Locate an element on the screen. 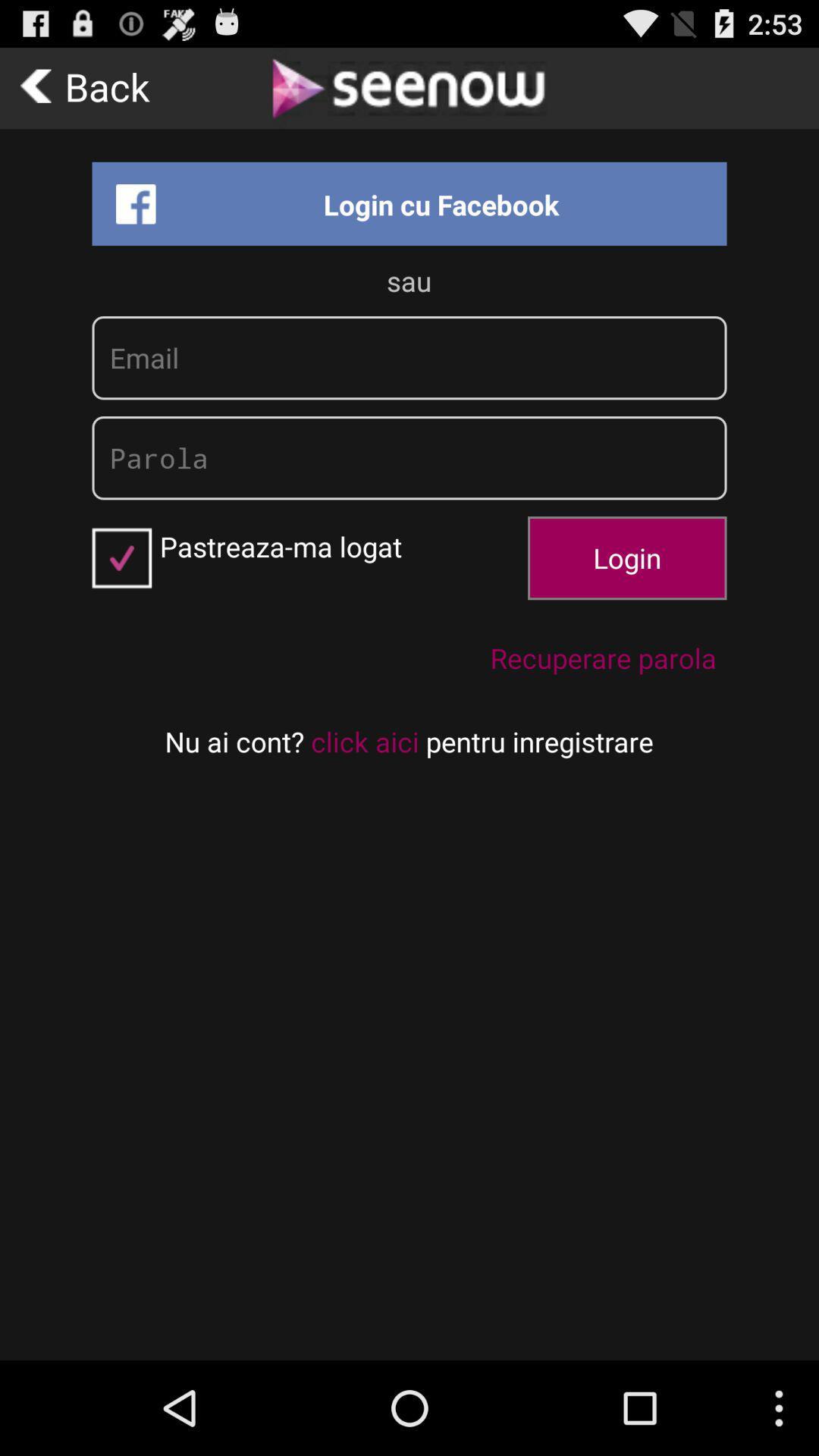 Image resolution: width=819 pixels, height=1456 pixels. go back is located at coordinates (89, 86).